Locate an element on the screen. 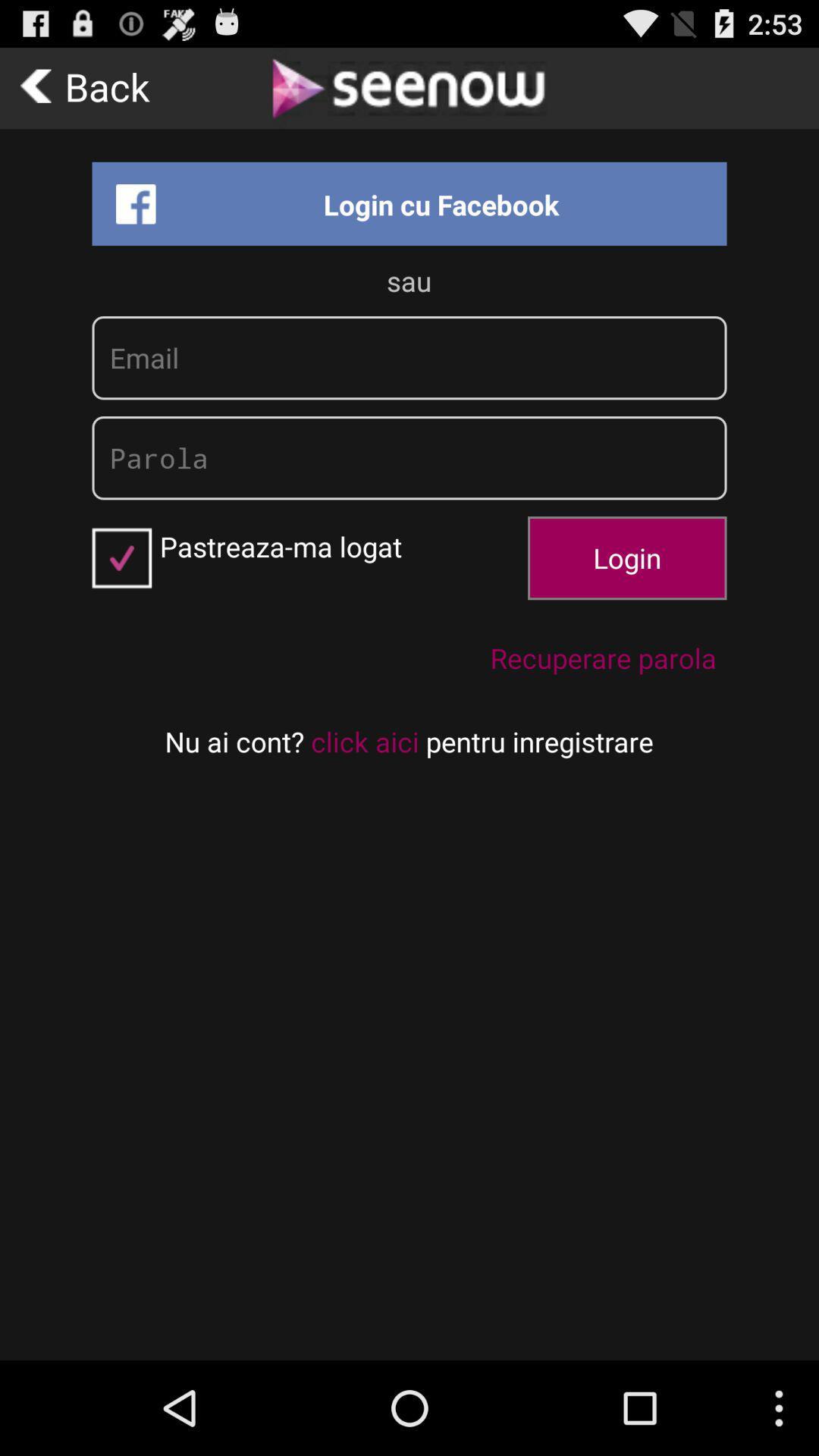 Image resolution: width=819 pixels, height=1456 pixels. go back is located at coordinates (89, 86).